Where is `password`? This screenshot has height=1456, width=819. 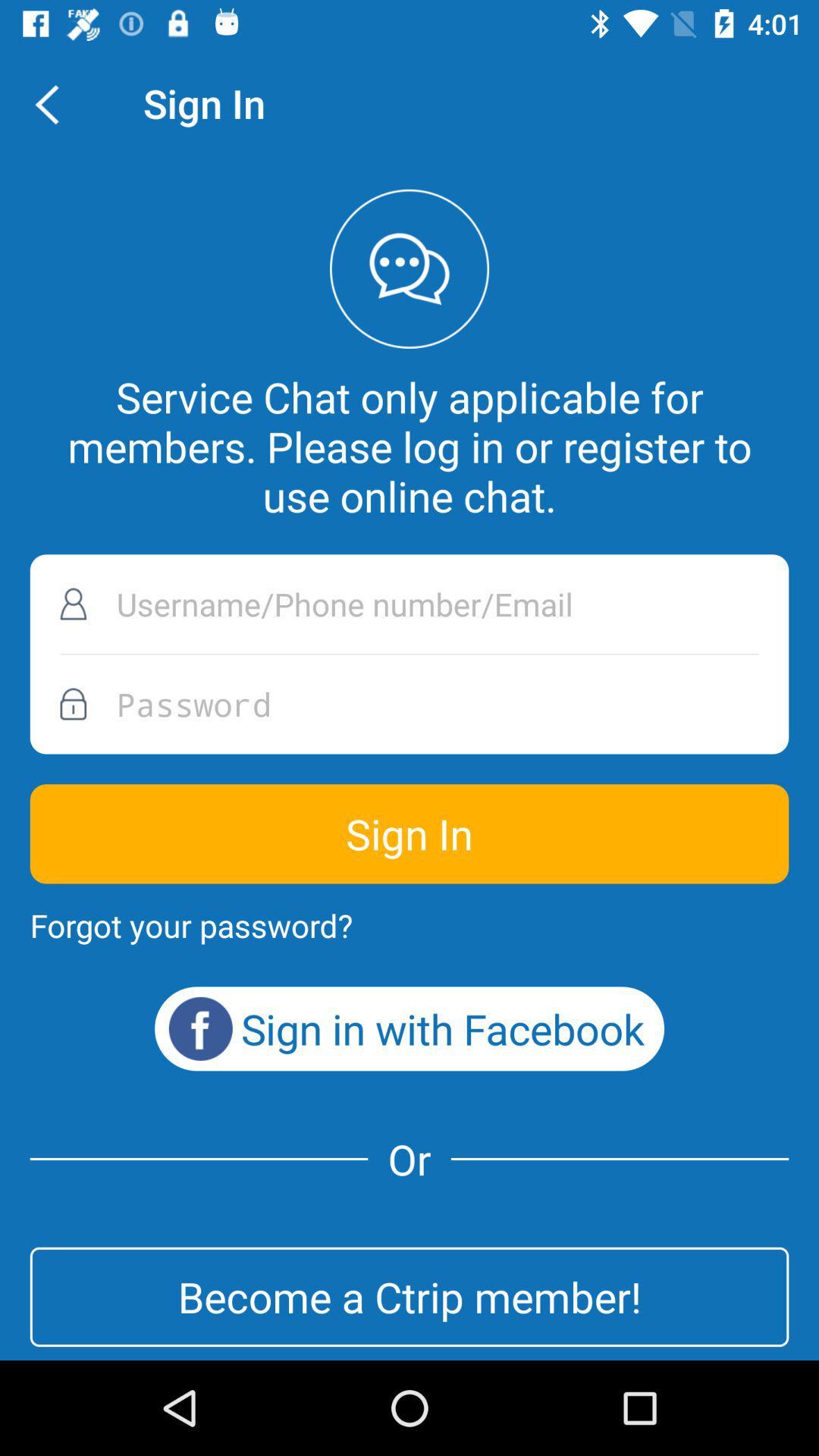 password is located at coordinates (409, 703).